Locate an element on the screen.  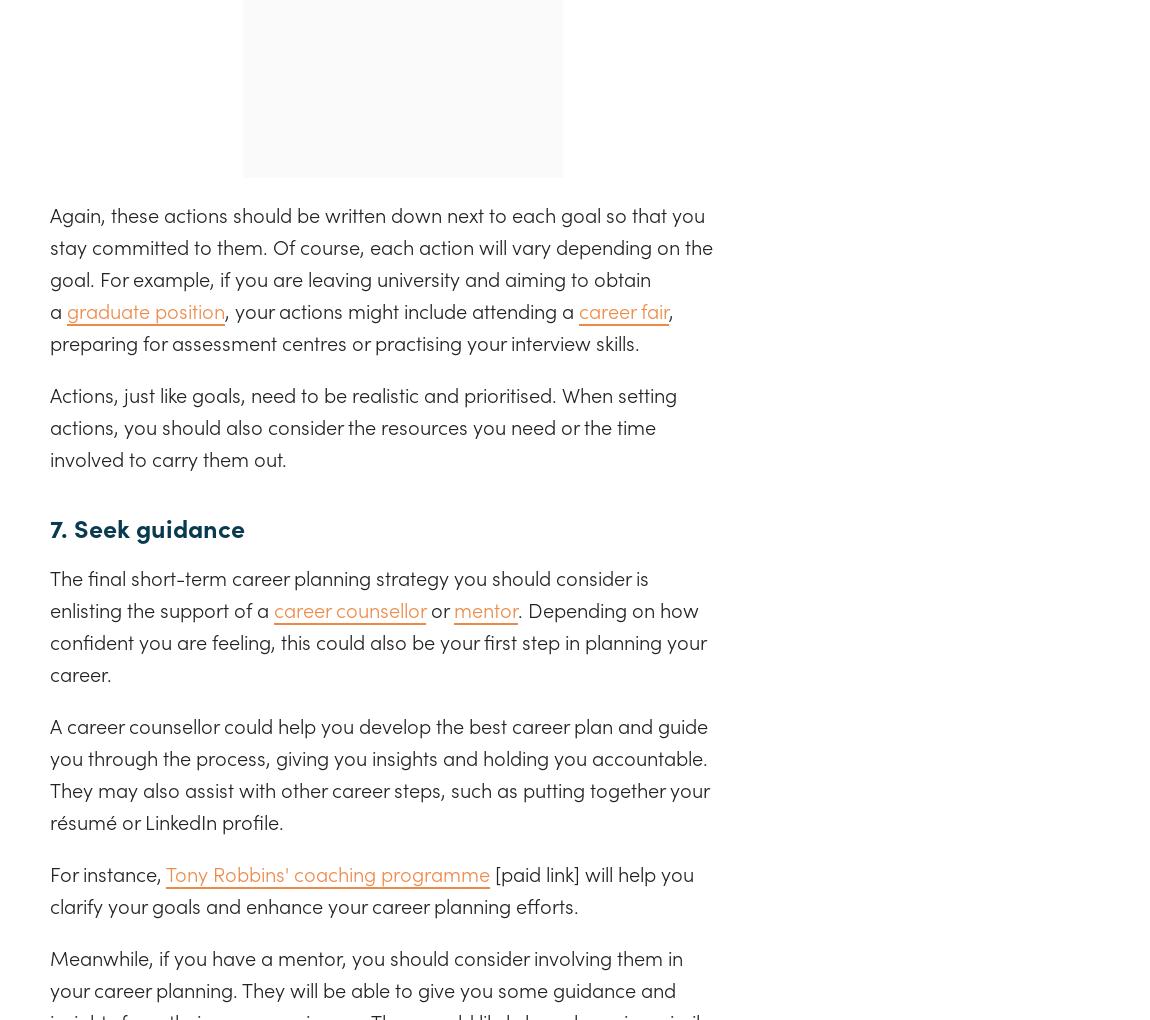
'A career counsellor could help you develop the best career plan and guide you through the process, giving you insights and holding you accountable. They may also assist with other career steps, such as putting together your résumé or LinkedIn profile.' is located at coordinates (379, 771).